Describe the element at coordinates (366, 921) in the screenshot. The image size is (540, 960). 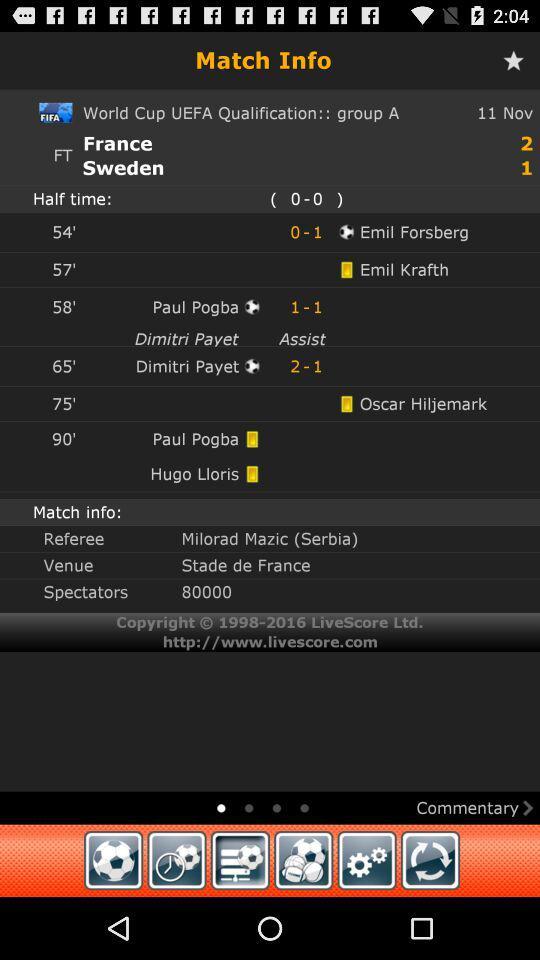
I see `the settings icon` at that location.